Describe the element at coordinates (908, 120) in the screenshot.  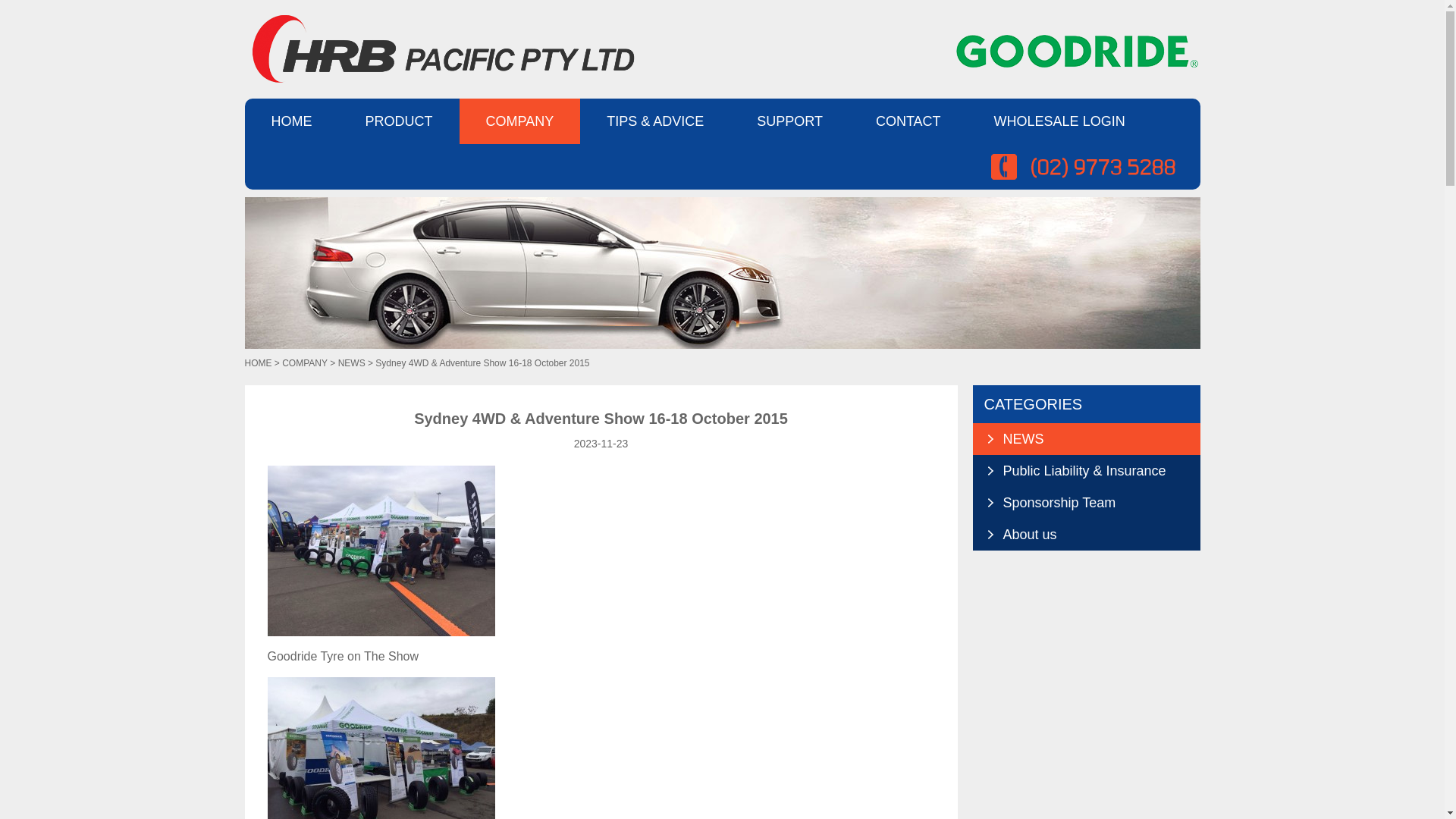
I see `'CONTACT'` at that location.